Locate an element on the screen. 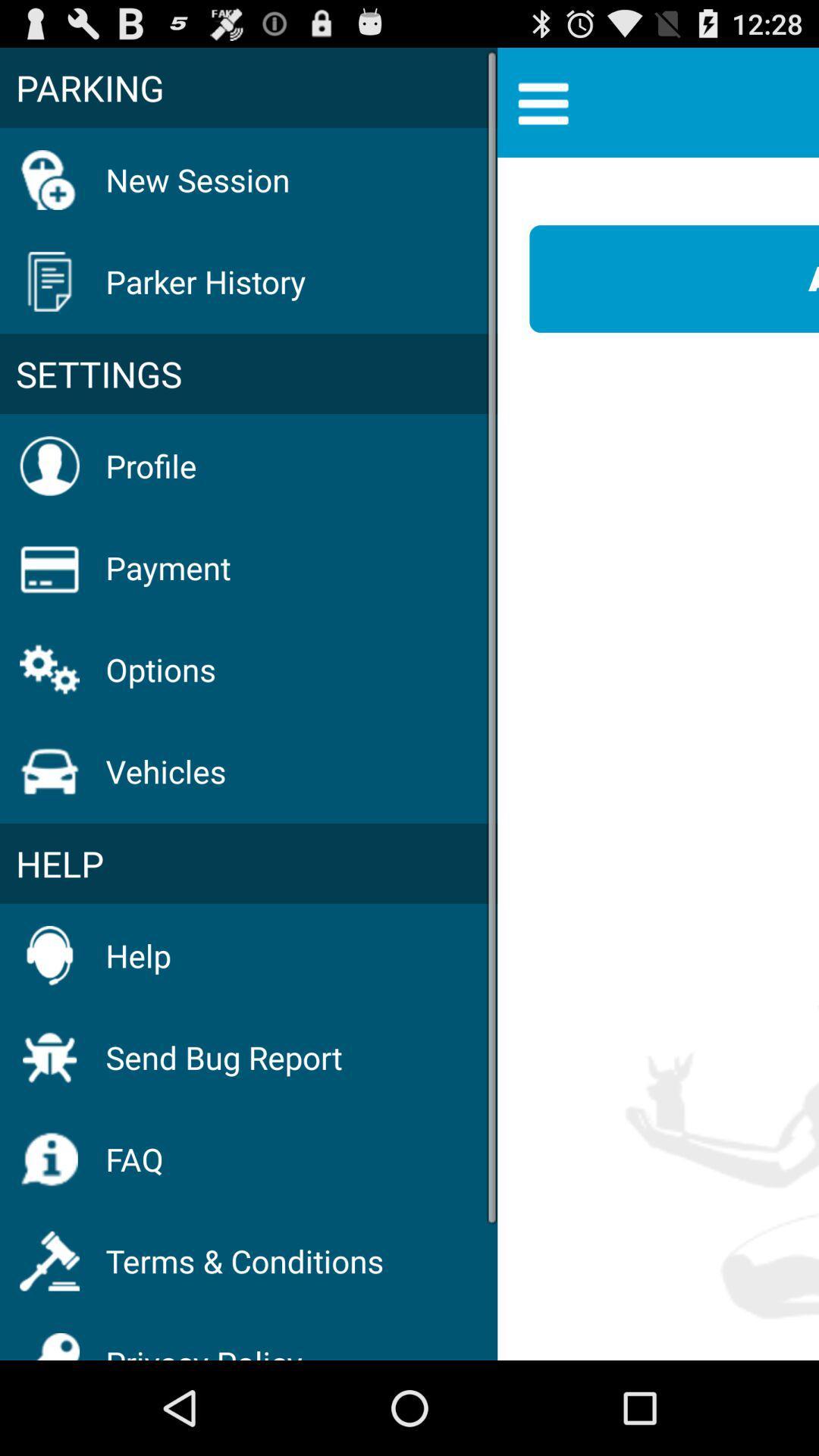 The image size is (819, 1456). the menu icon is located at coordinates (542, 108).